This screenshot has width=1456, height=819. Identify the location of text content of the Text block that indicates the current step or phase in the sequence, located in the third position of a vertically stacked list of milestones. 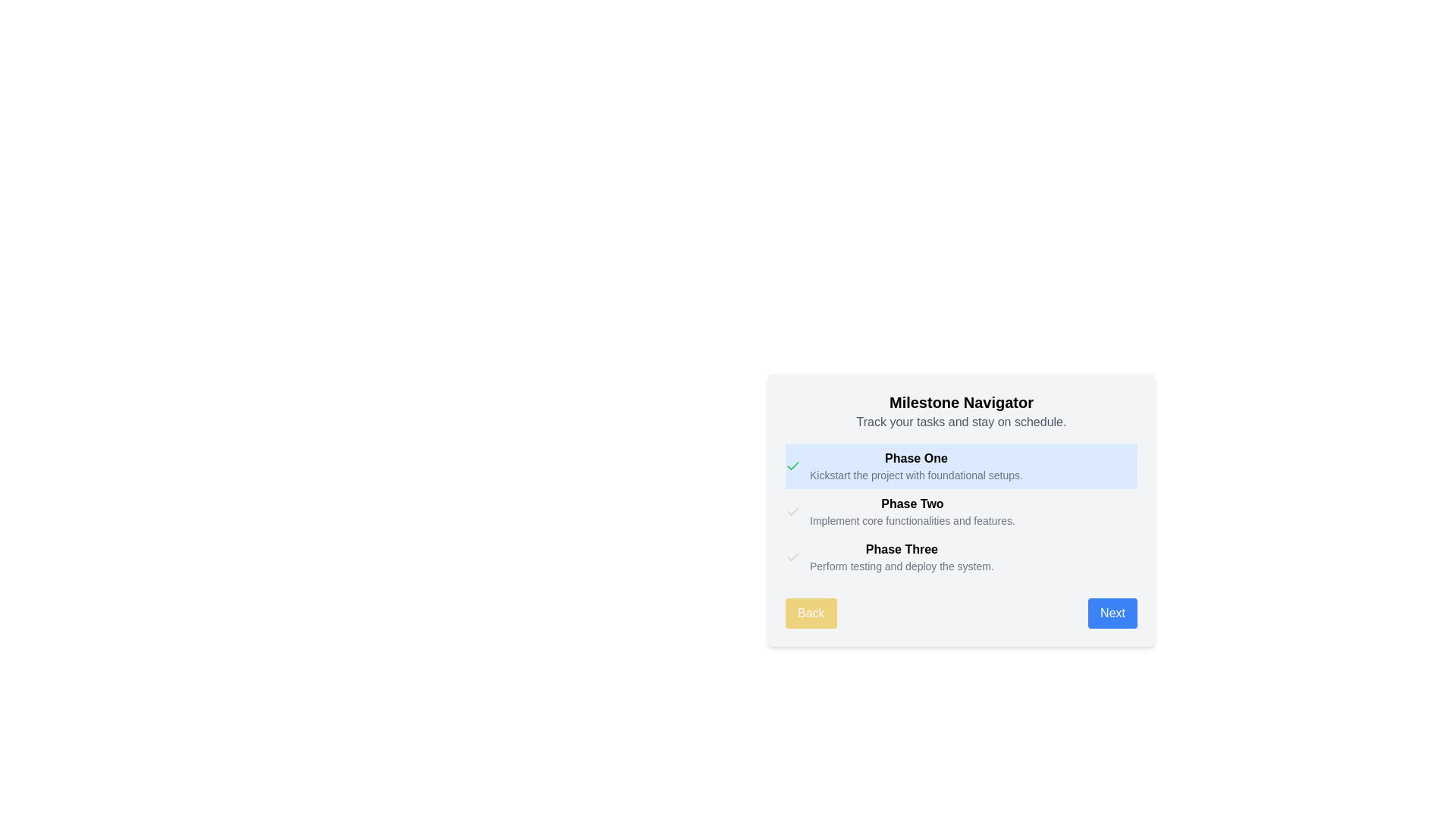
(902, 557).